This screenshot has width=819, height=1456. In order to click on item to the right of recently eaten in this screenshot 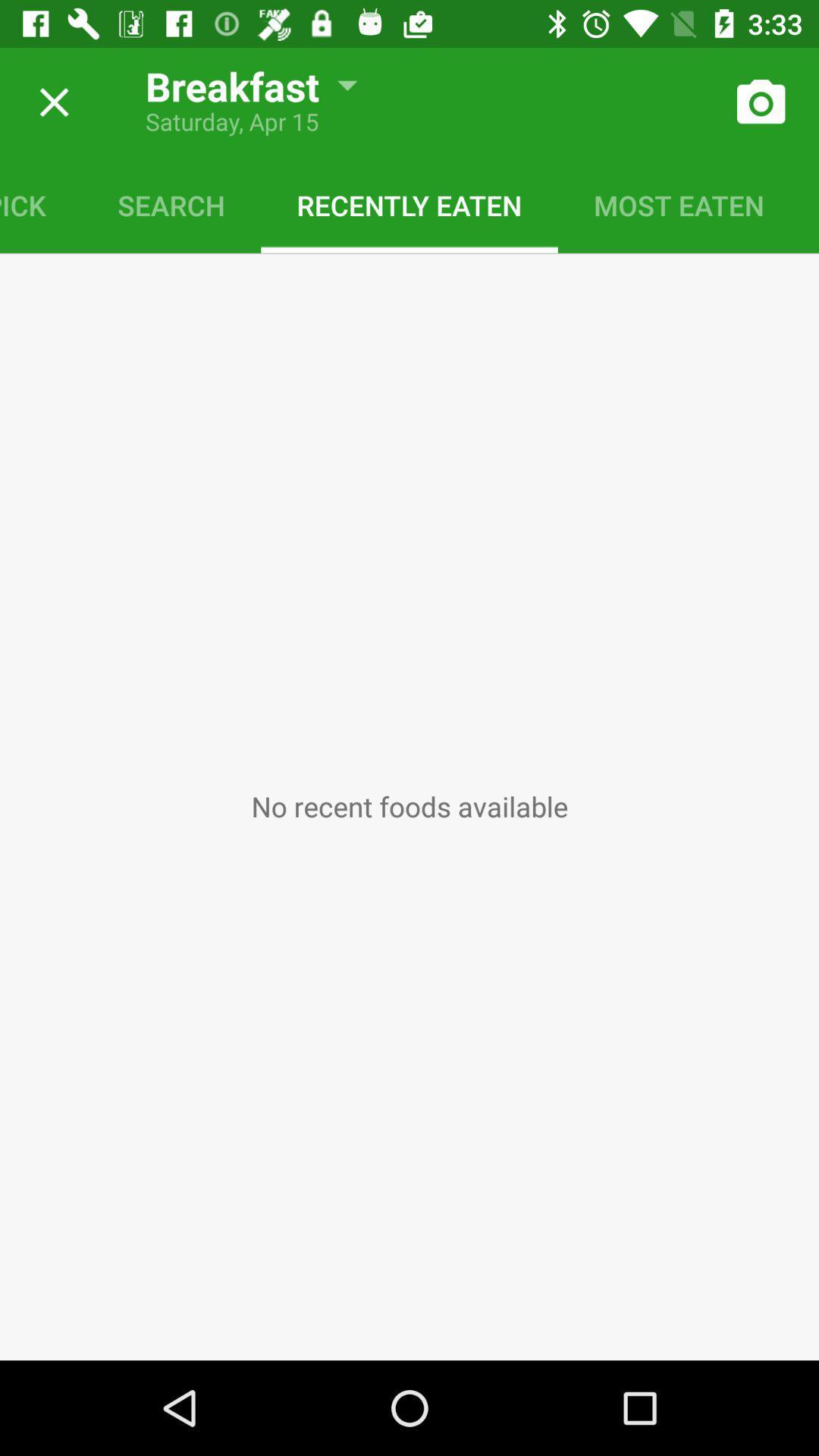, I will do `click(678, 204)`.